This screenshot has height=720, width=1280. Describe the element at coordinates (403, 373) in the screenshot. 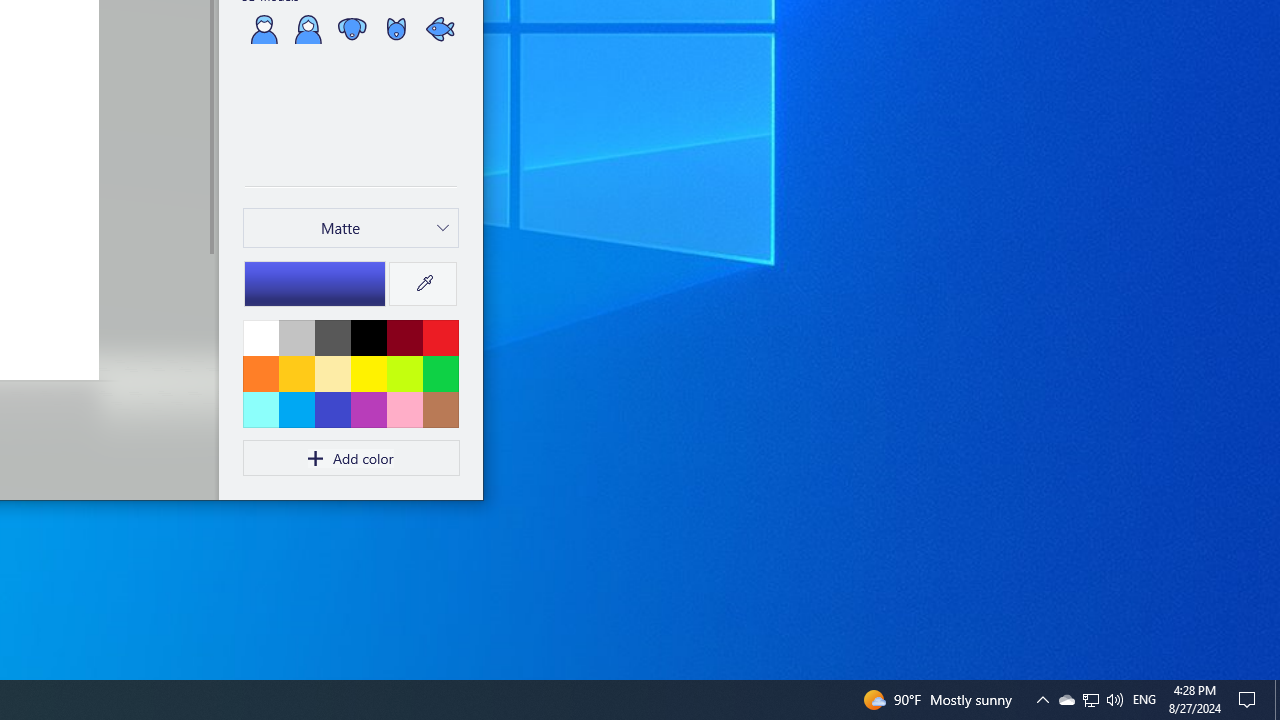

I see `'Lime'` at that location.